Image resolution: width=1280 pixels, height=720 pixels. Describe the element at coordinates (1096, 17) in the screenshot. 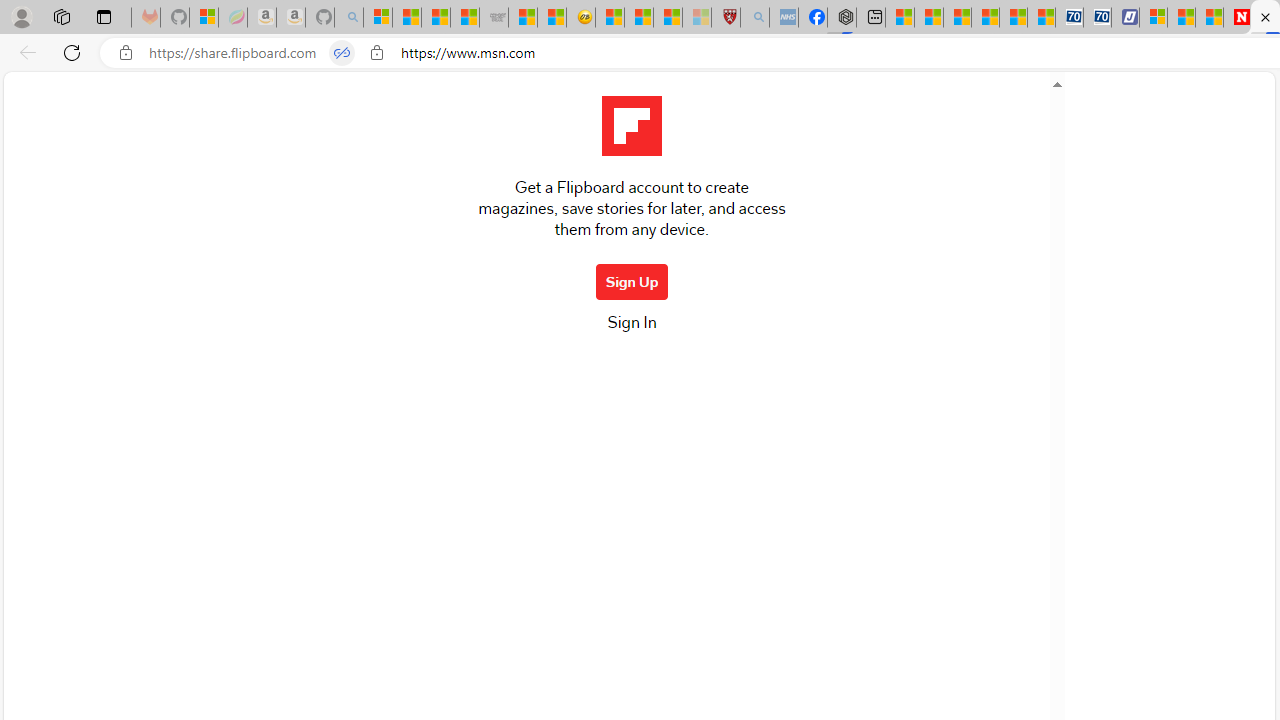

I see `'Cheap Hotels - Save70.com'` at that location.